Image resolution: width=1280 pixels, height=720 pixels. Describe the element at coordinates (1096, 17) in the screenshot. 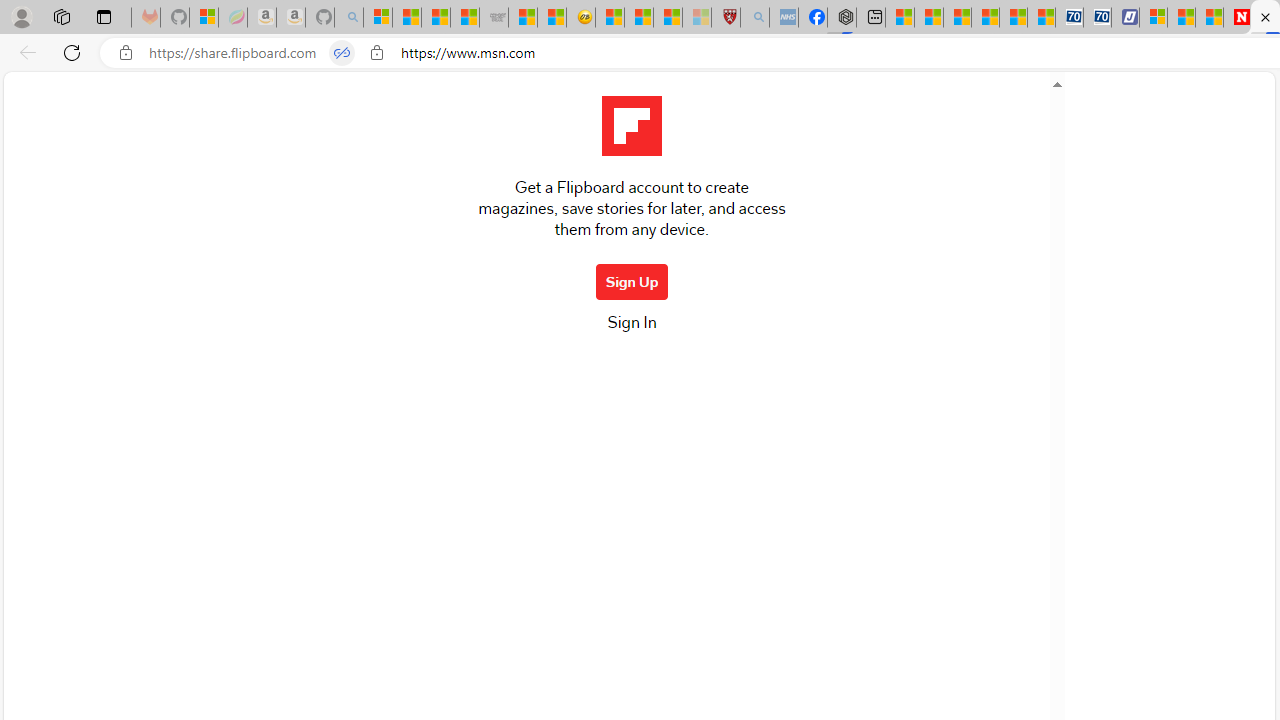

I see `'Cheap Hotels - Save70.com'` at that location.